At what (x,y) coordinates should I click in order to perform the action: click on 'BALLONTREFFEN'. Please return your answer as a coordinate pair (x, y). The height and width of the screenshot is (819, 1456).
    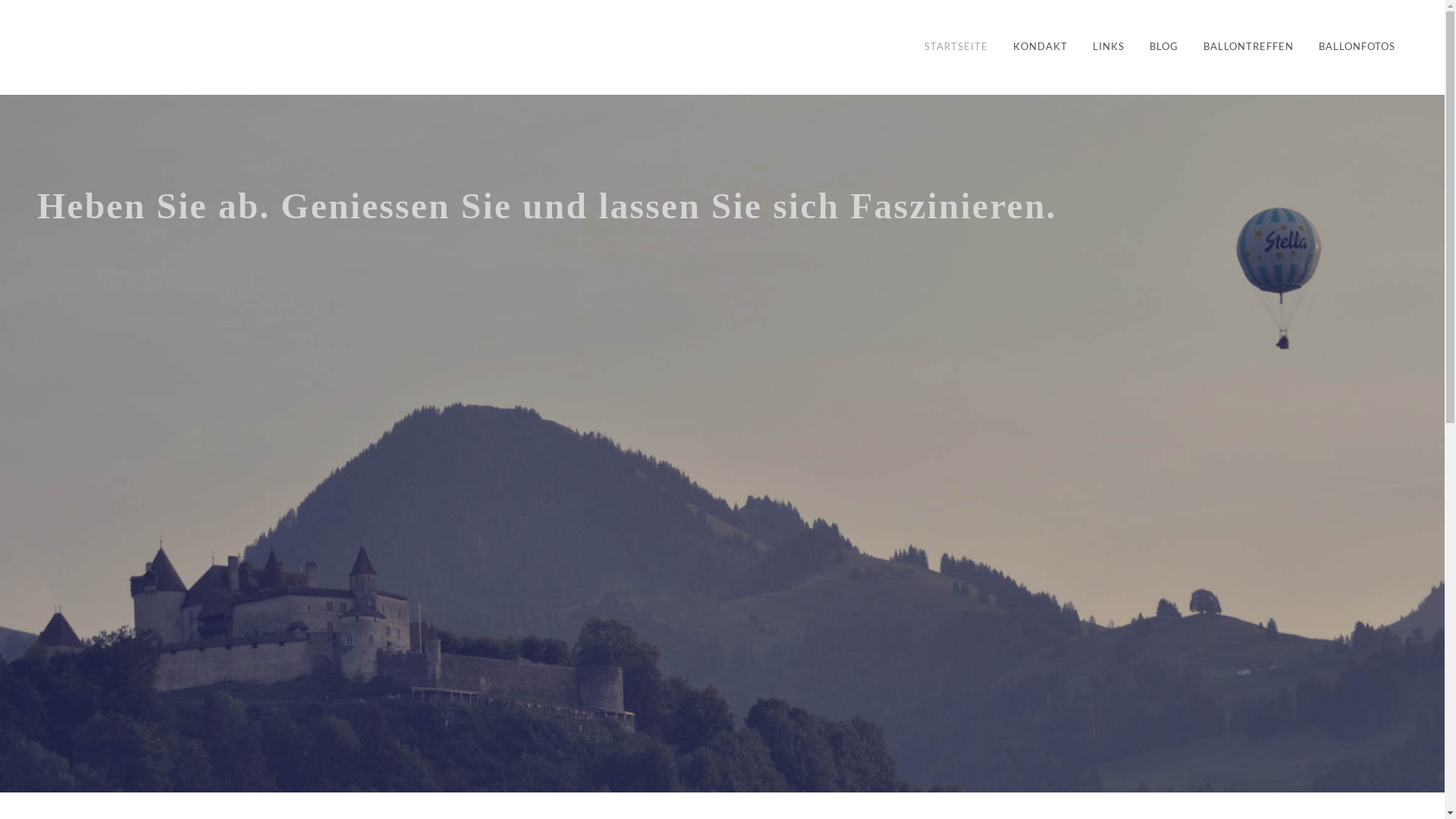
    Looking at the image, I should click on (1248, 46).